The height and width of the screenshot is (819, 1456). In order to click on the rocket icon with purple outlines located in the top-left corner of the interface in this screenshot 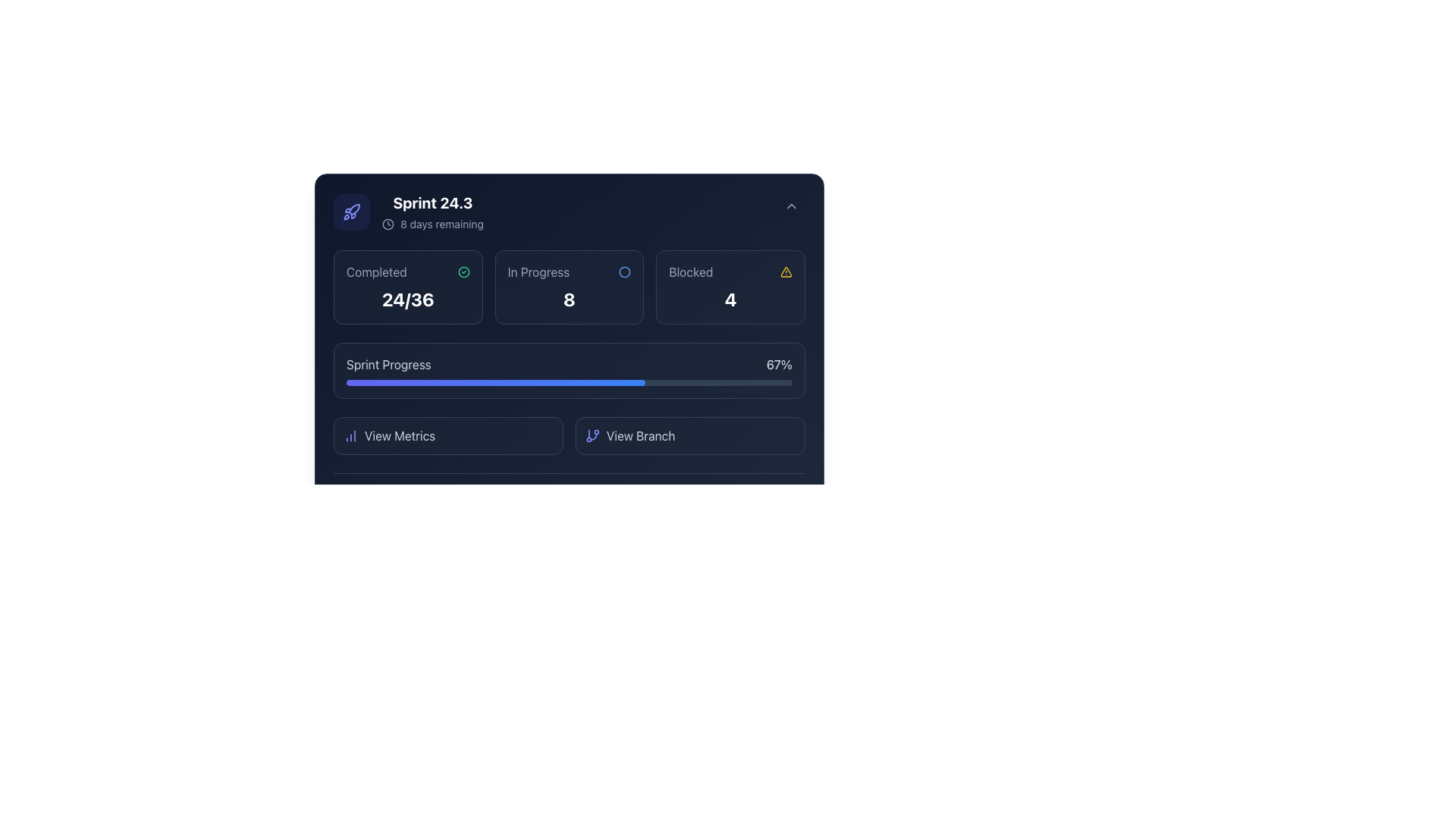, I will do `click(351, 212)`.